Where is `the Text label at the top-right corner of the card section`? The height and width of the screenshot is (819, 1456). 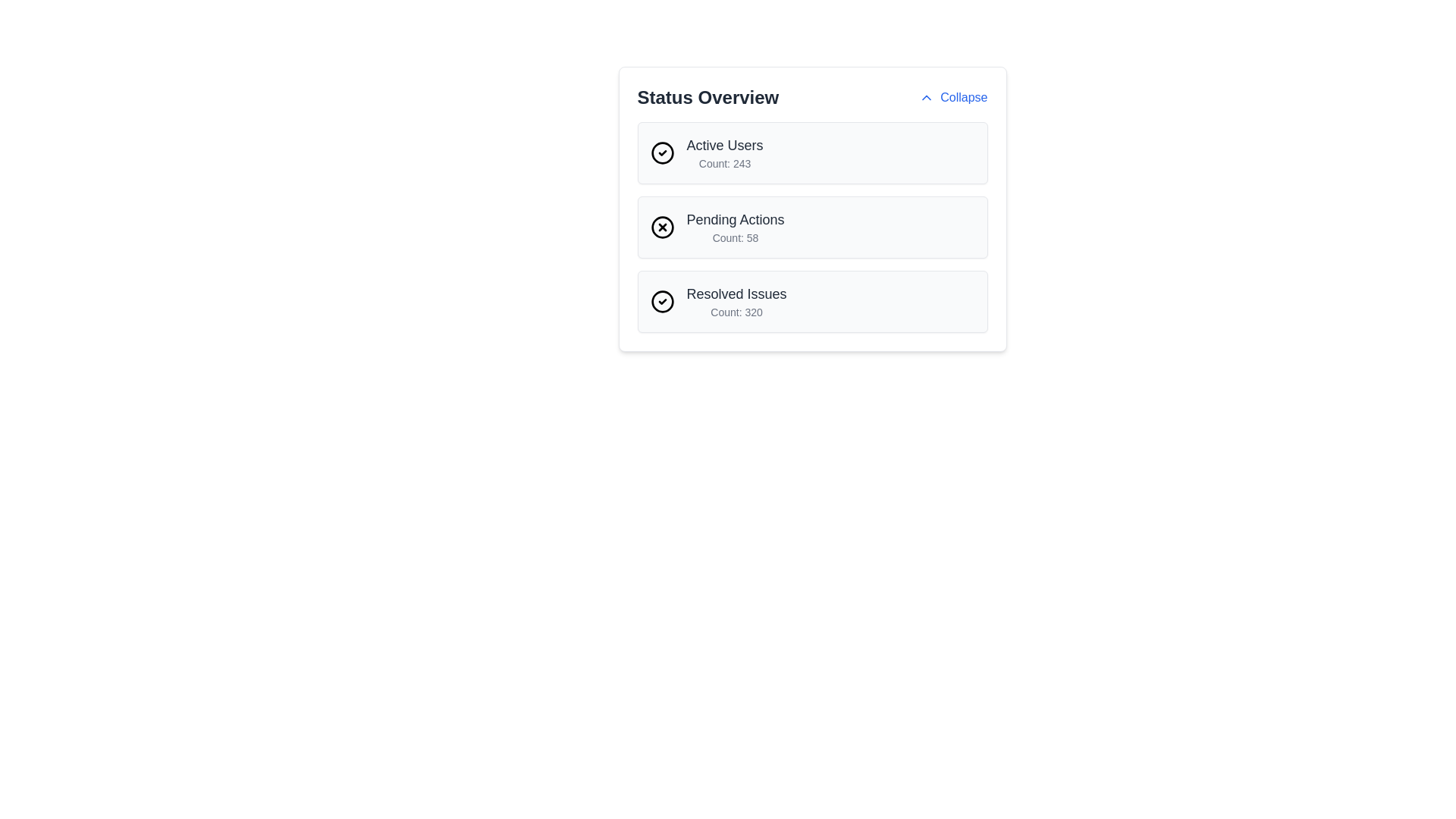
the Text label at the top-right corner of the card section is located at coordinates (963, 97).